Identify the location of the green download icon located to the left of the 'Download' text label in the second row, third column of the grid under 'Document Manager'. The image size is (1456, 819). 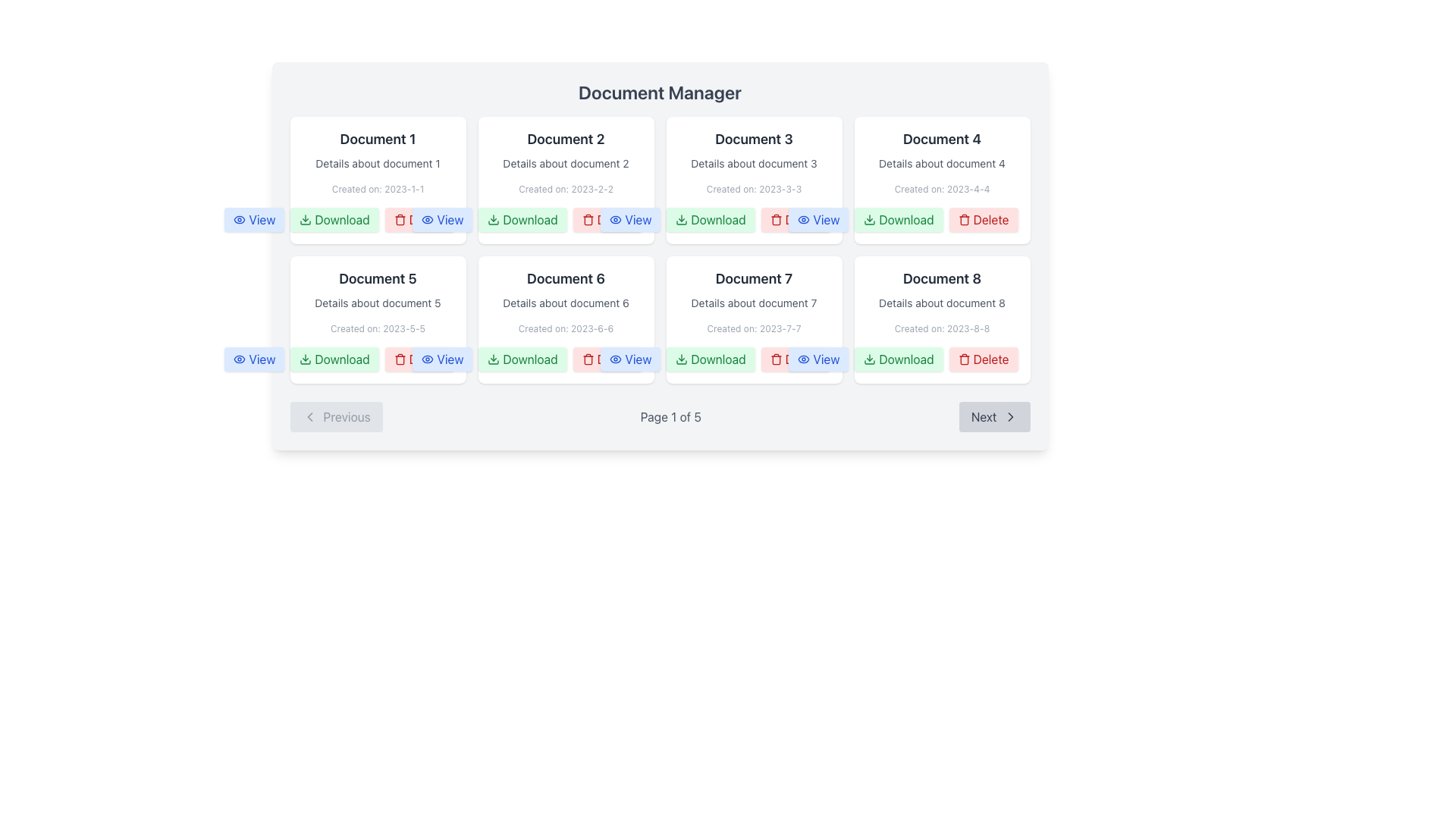
(681, 219).